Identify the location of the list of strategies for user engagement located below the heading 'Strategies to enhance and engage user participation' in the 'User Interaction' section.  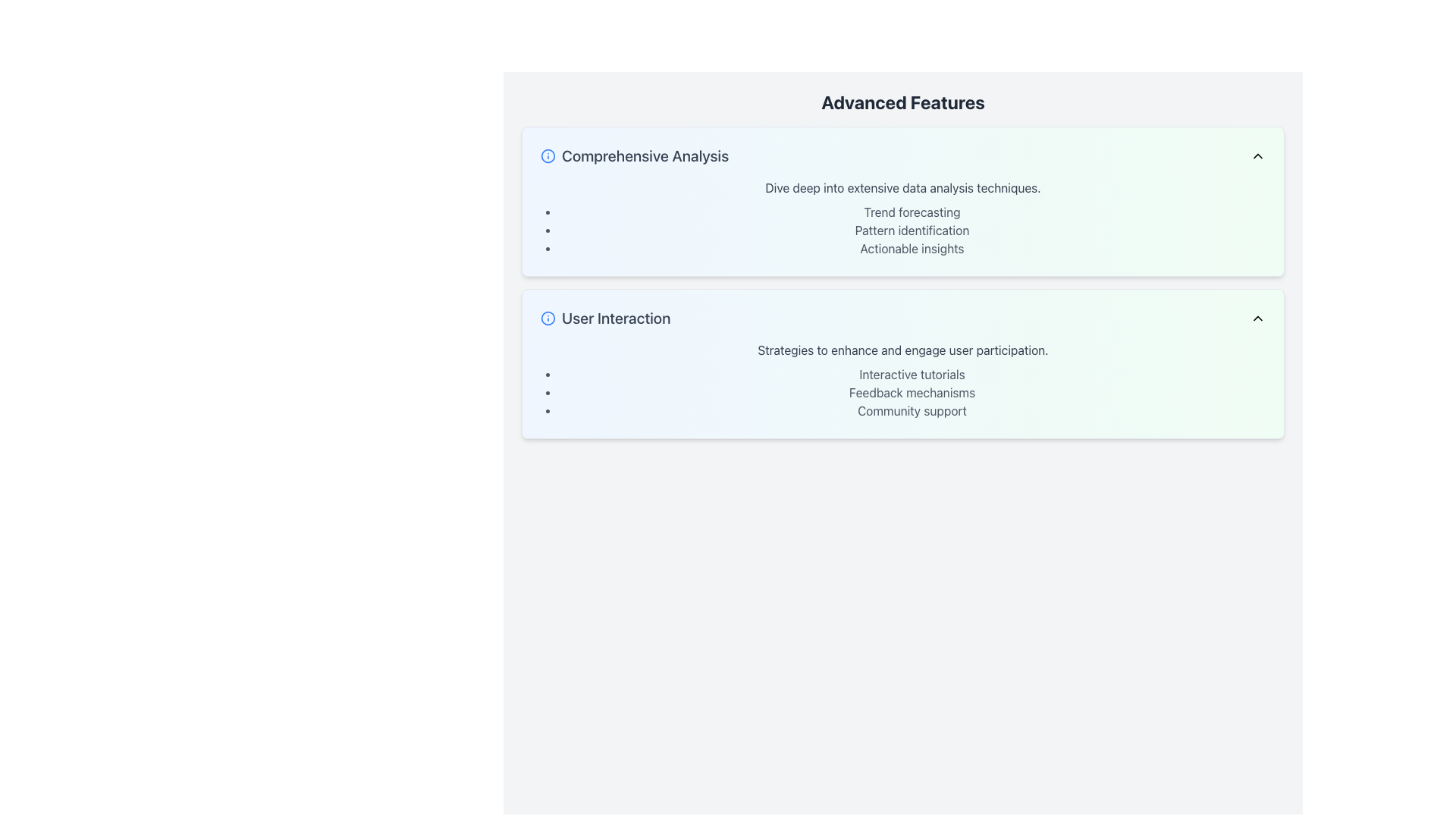
(902, 391).